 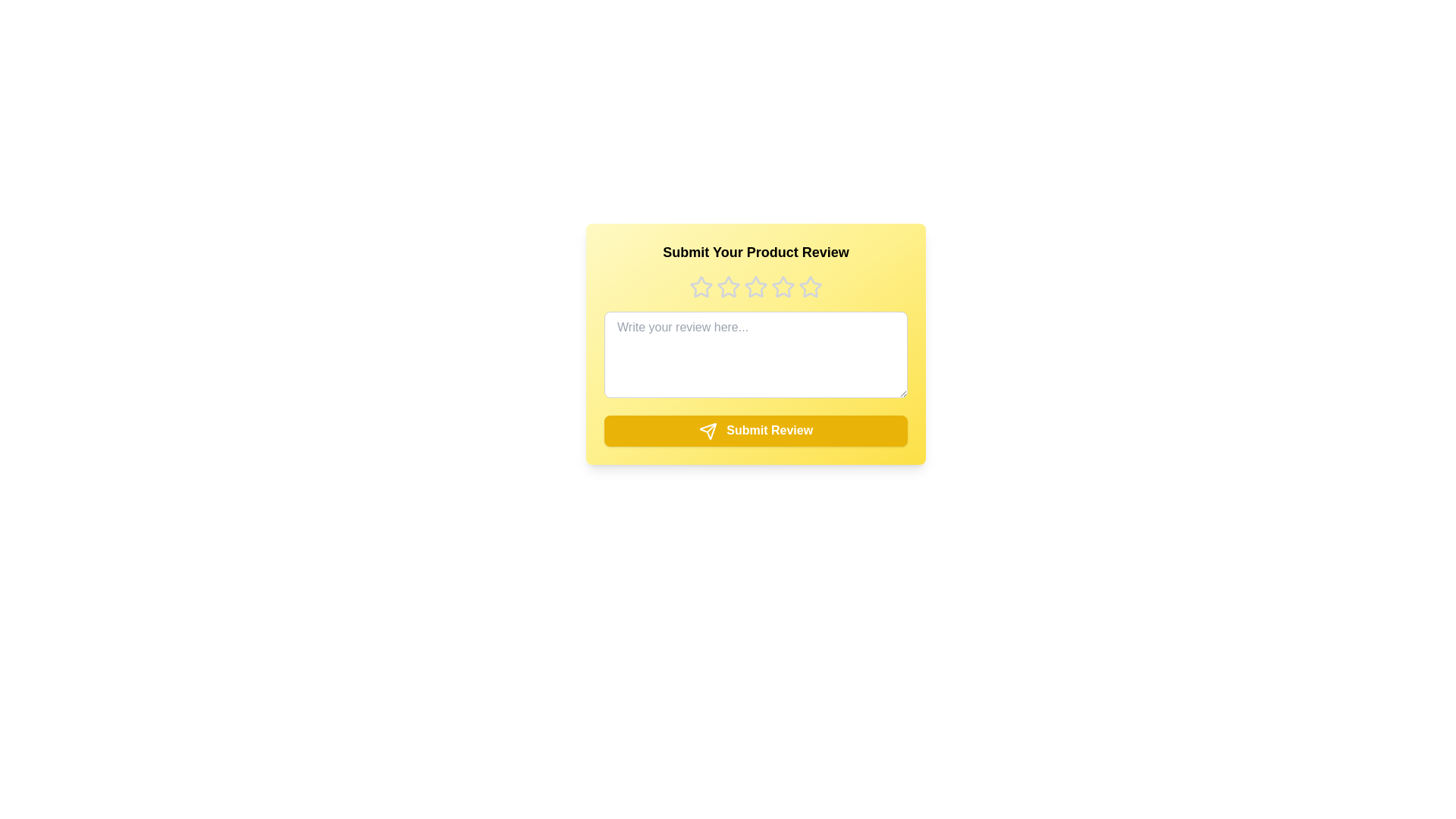 I want to click on the third star icon in the row of five rating stars, so click(x=728, y=287).